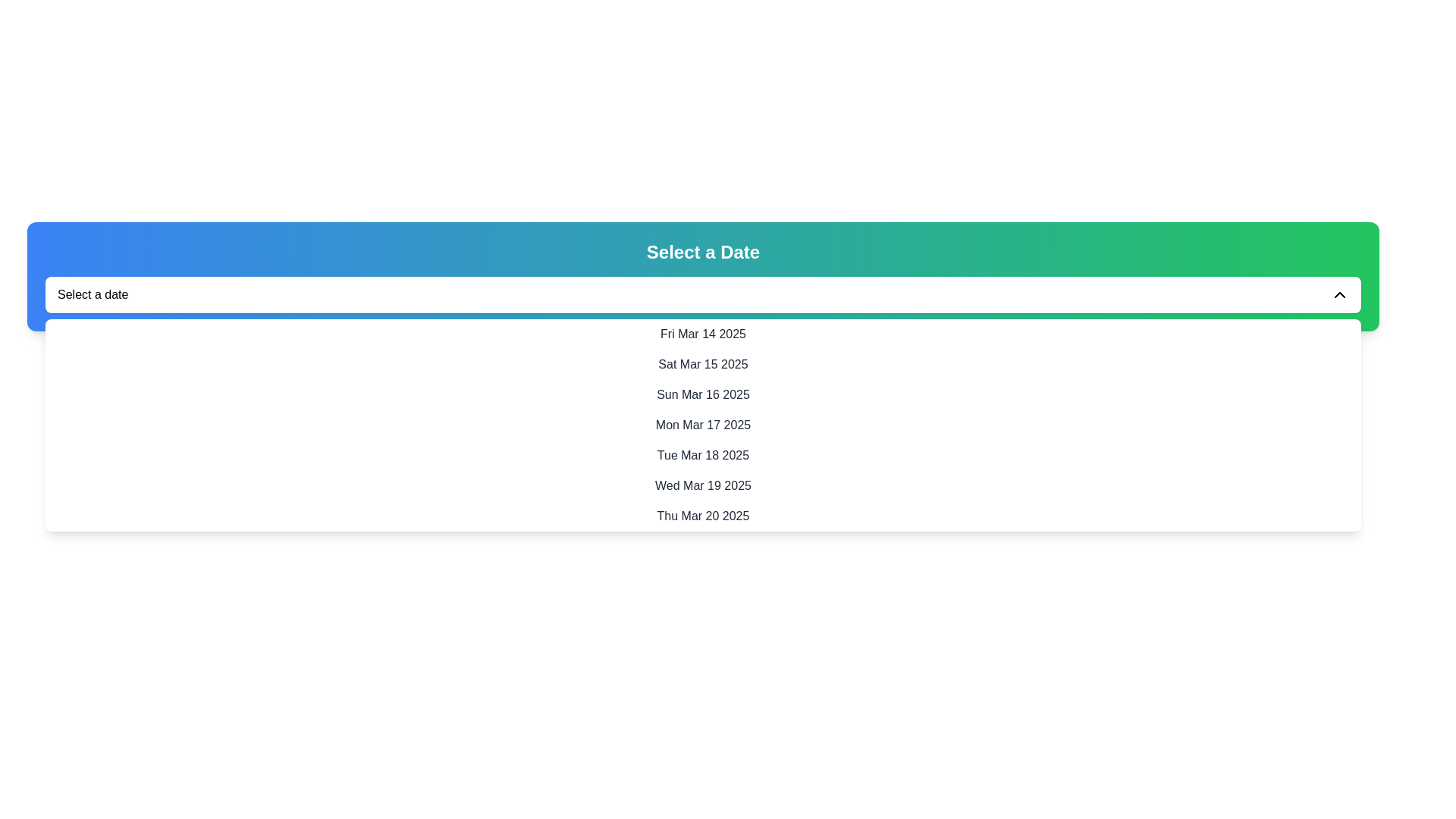 This screenshot has height=819, width=1456. What do you see at coordinates (702, 516) in the screenshot?
I see `the selectable date option in the dropdown list, which is the last entry below 'Wed Mar 19 2025'` at bounding box center [702, 516].